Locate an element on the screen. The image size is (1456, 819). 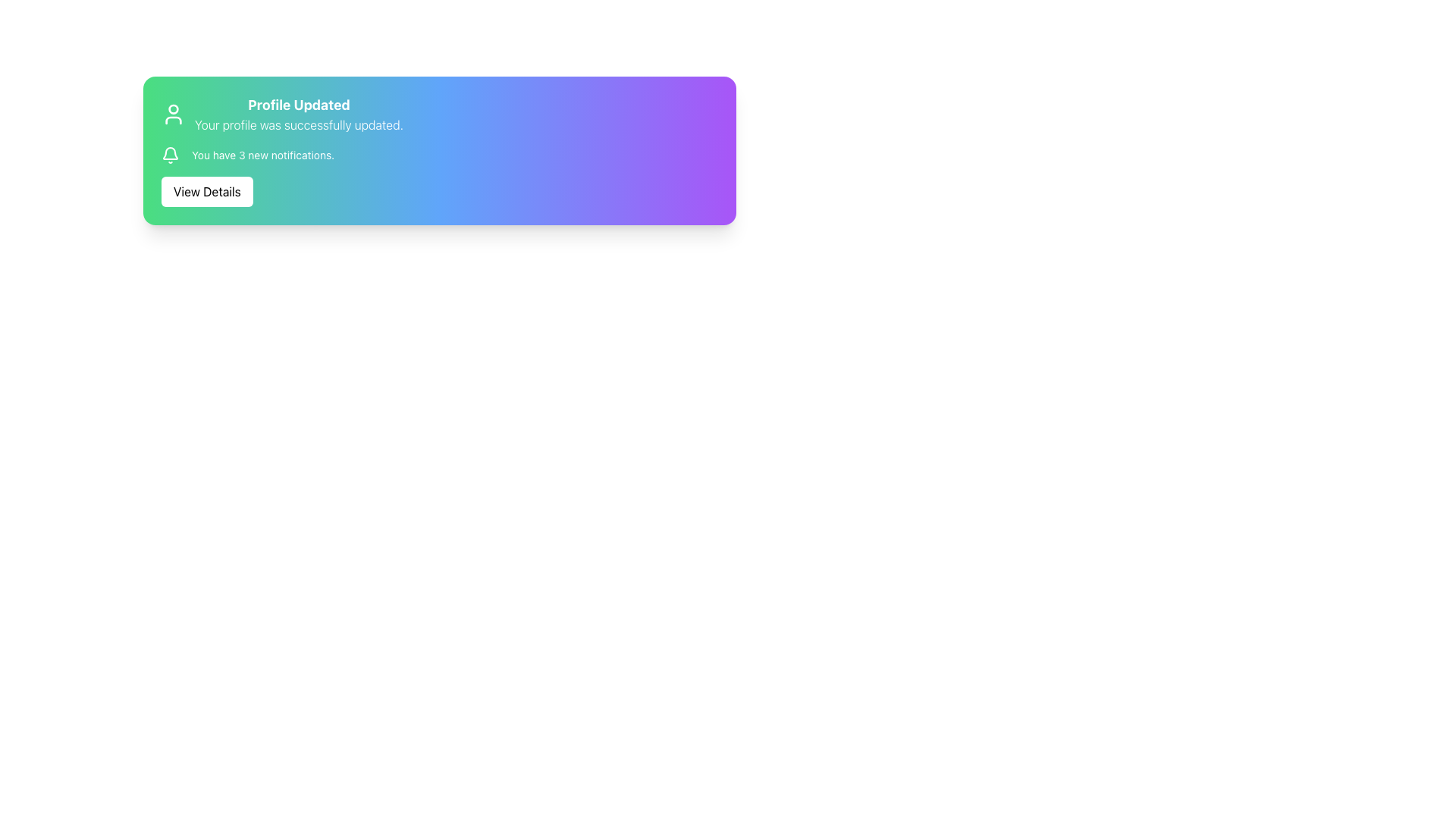
the green bell icon representing notifications, located to the left of the text 'You have 3 new notifications' in the notification card is located at coordinates (171, 155).